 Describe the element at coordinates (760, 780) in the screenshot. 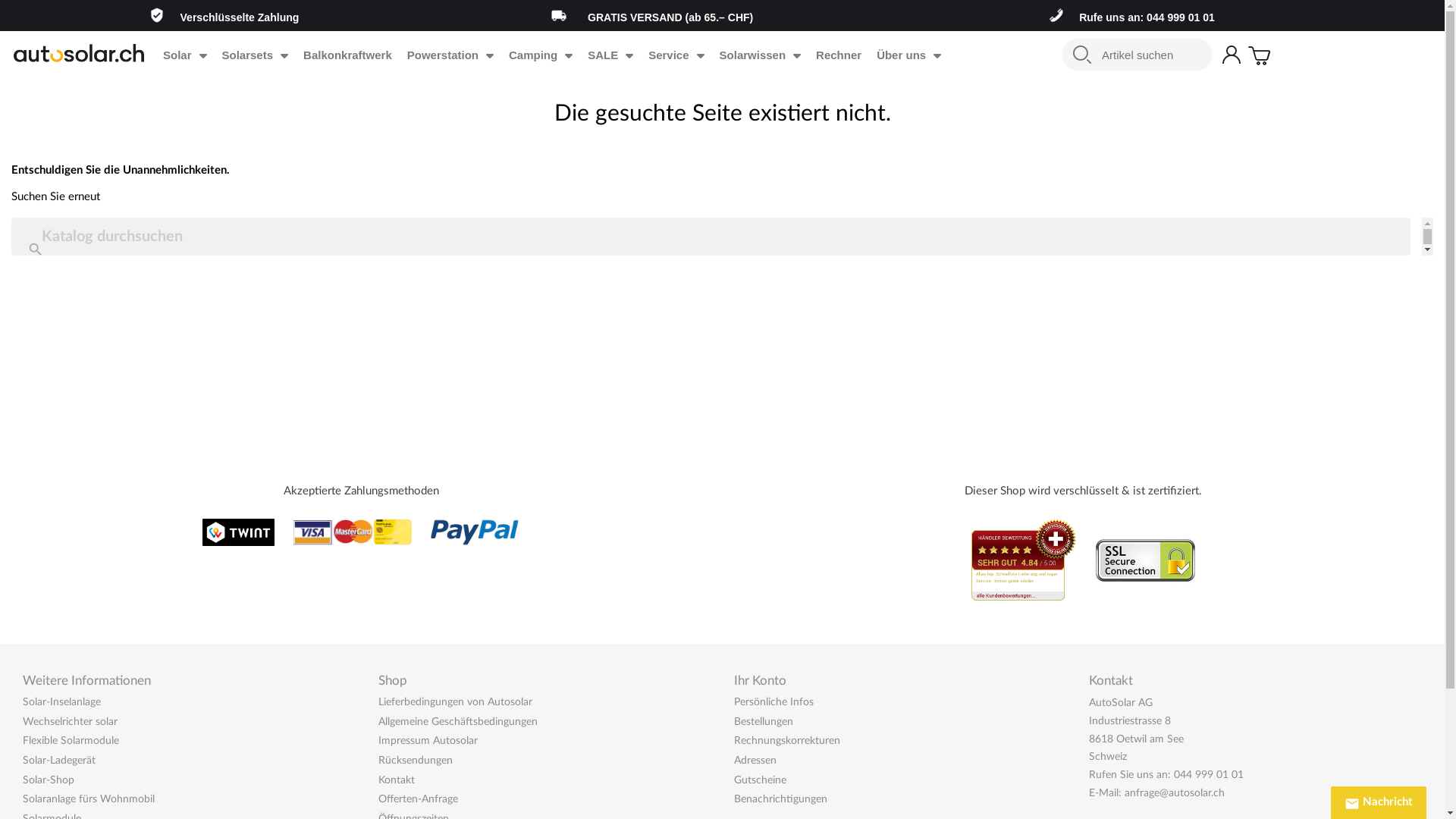

I see `'Gutscheine'` at that location.